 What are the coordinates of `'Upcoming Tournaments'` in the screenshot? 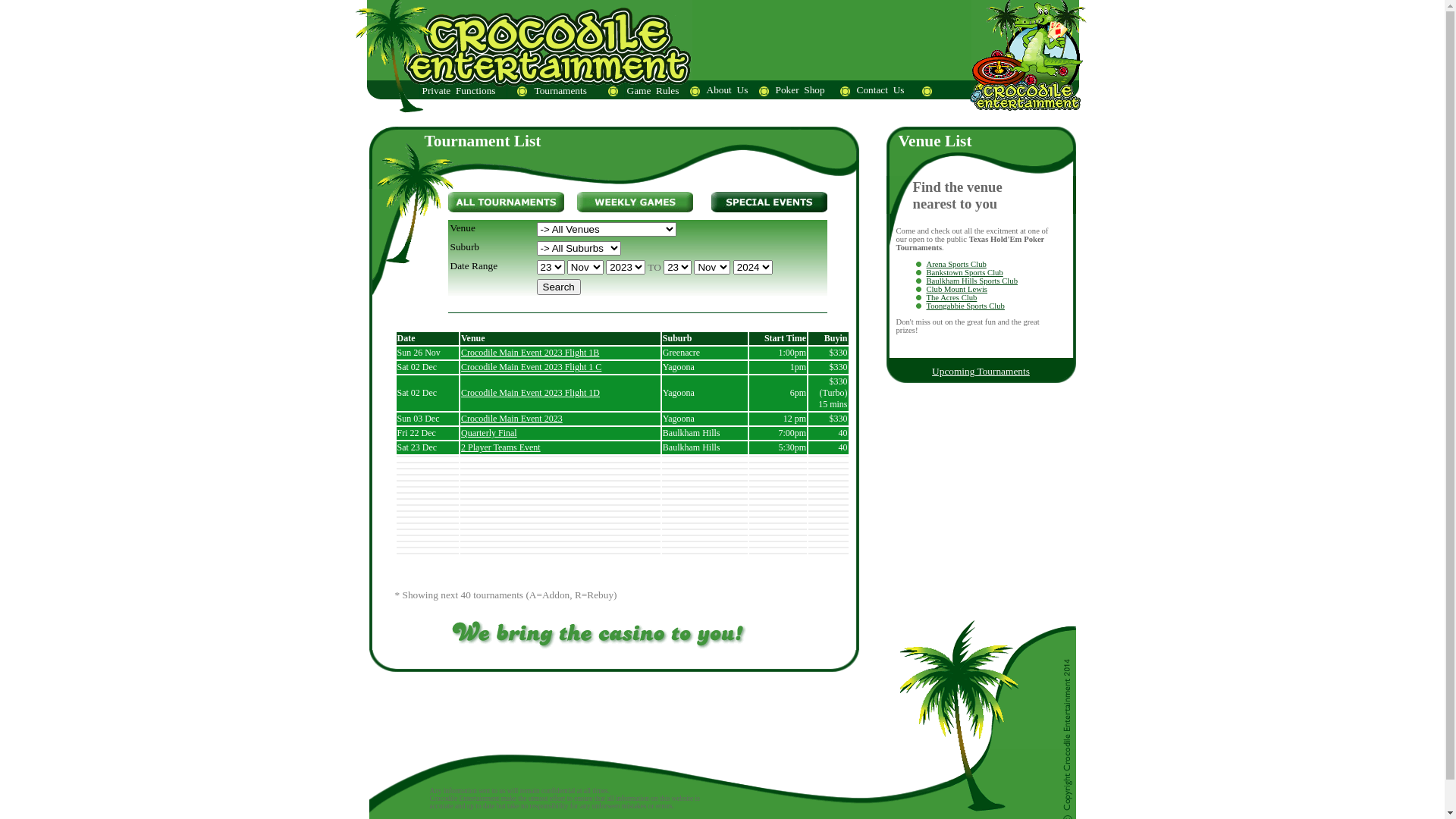 It's located at (981, 371).